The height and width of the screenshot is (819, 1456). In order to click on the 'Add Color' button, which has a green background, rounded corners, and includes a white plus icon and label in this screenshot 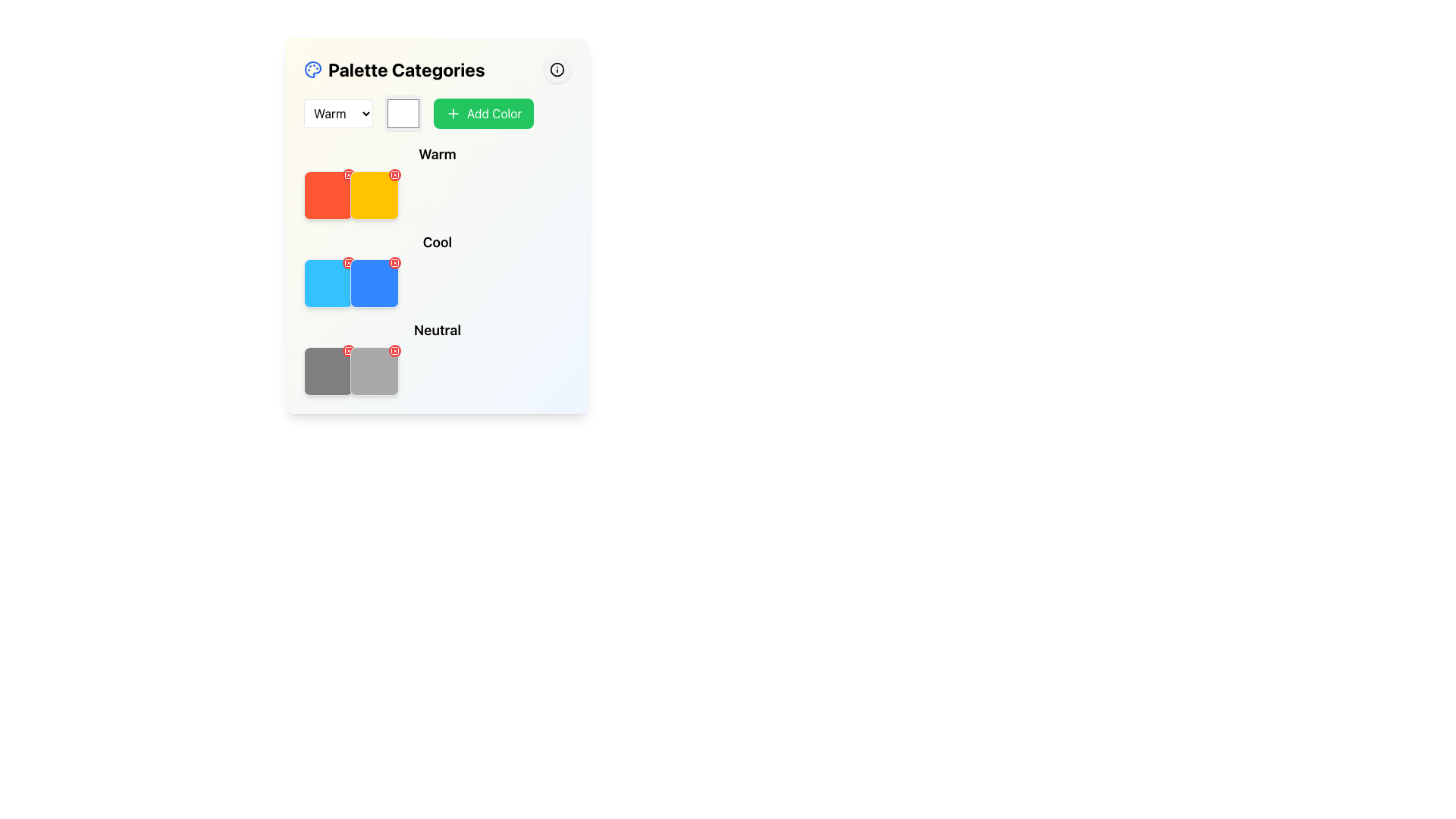, I will do `click(483, 113)`.